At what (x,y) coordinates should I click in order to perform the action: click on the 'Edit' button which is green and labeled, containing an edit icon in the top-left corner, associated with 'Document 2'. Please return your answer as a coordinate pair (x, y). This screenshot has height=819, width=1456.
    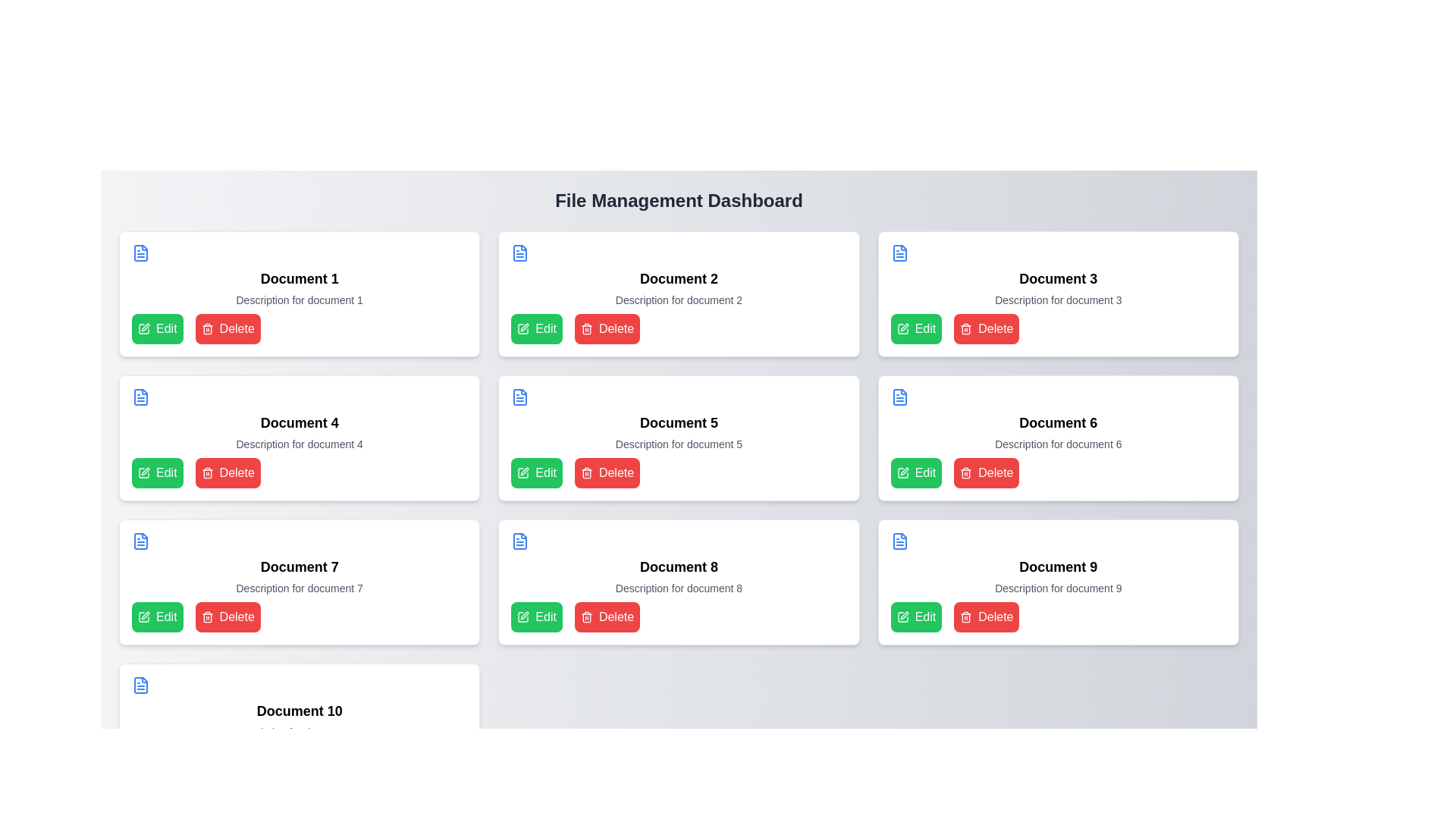
    Looking at the image, I should click on (902, 328).